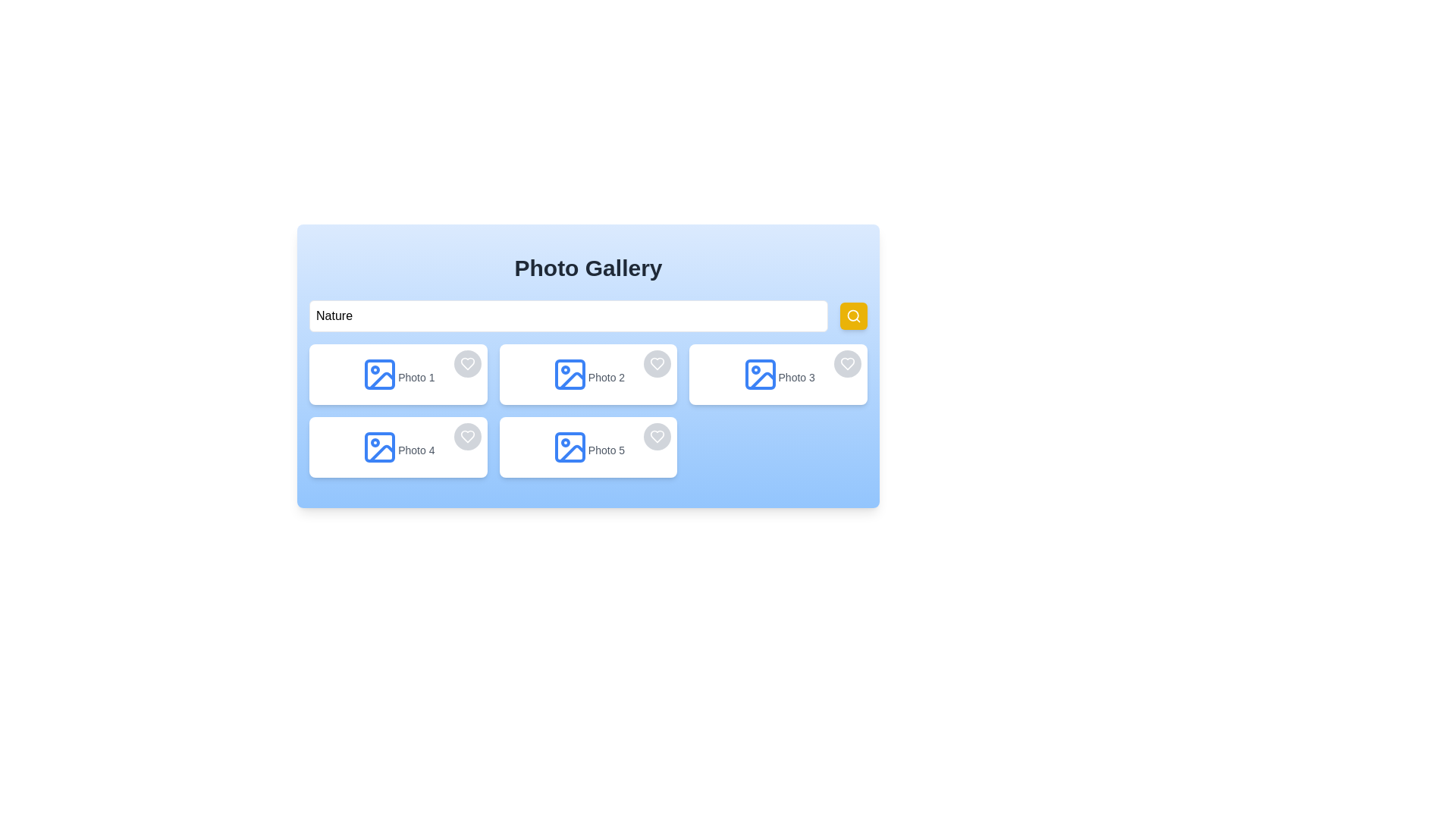  I want to click on the heart-shaped icon button with a white color on a gray background in the top-right corner of the second photo card, so click(657, 363).